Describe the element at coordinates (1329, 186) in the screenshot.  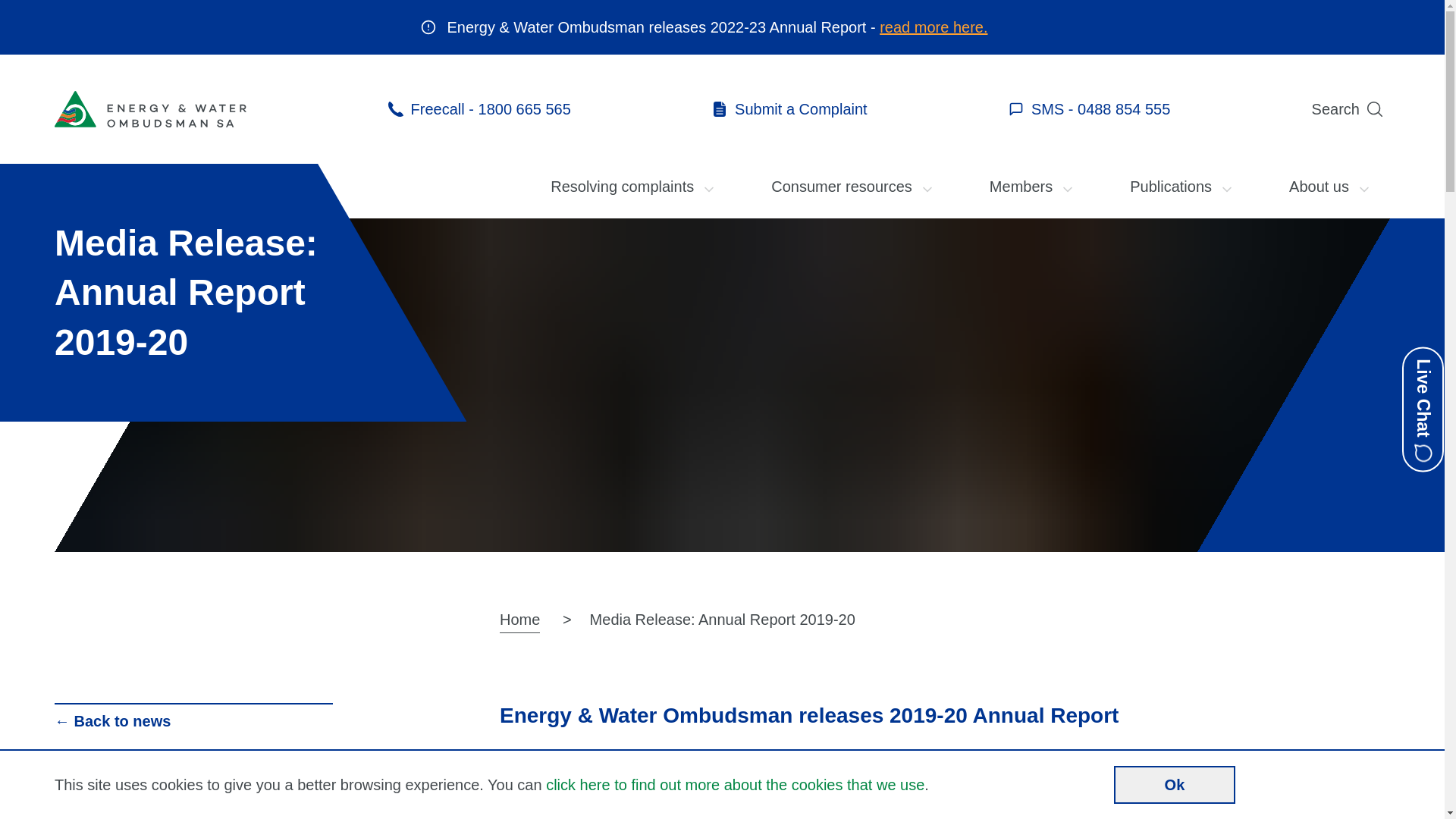
I see `'About us'` at that location.